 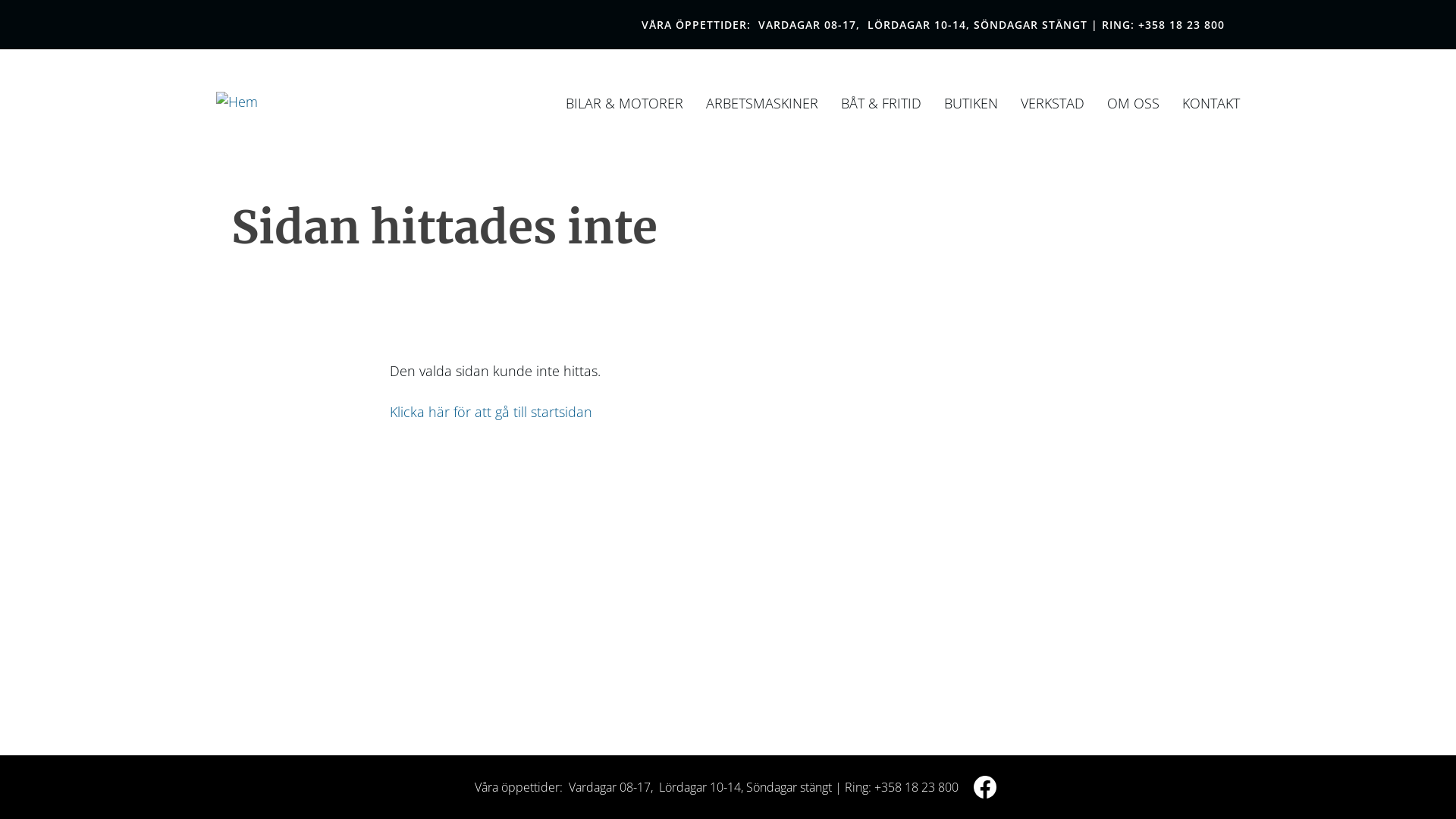 I want to click on 'BILAR & MOTORER', so click(x=624, y=102).